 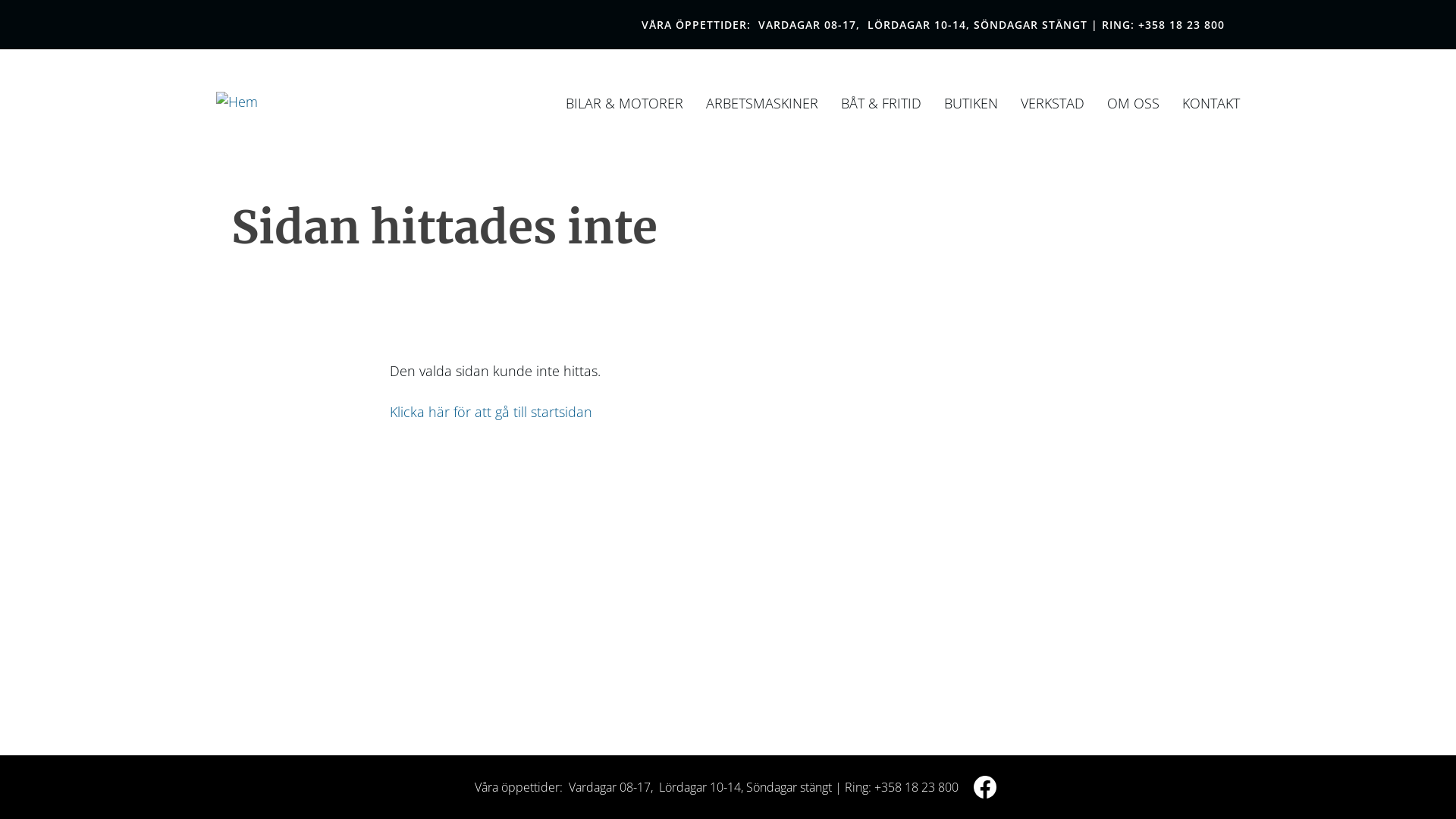 I want to click on 'BILAR & MOTORER', so click(x=624, y=102).